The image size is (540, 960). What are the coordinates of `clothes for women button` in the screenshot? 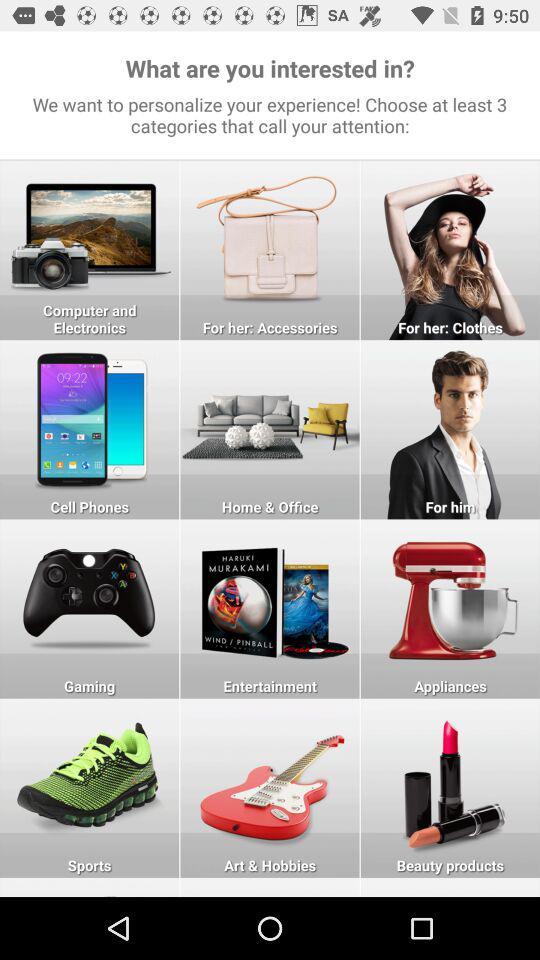 It's located at (450, 249).